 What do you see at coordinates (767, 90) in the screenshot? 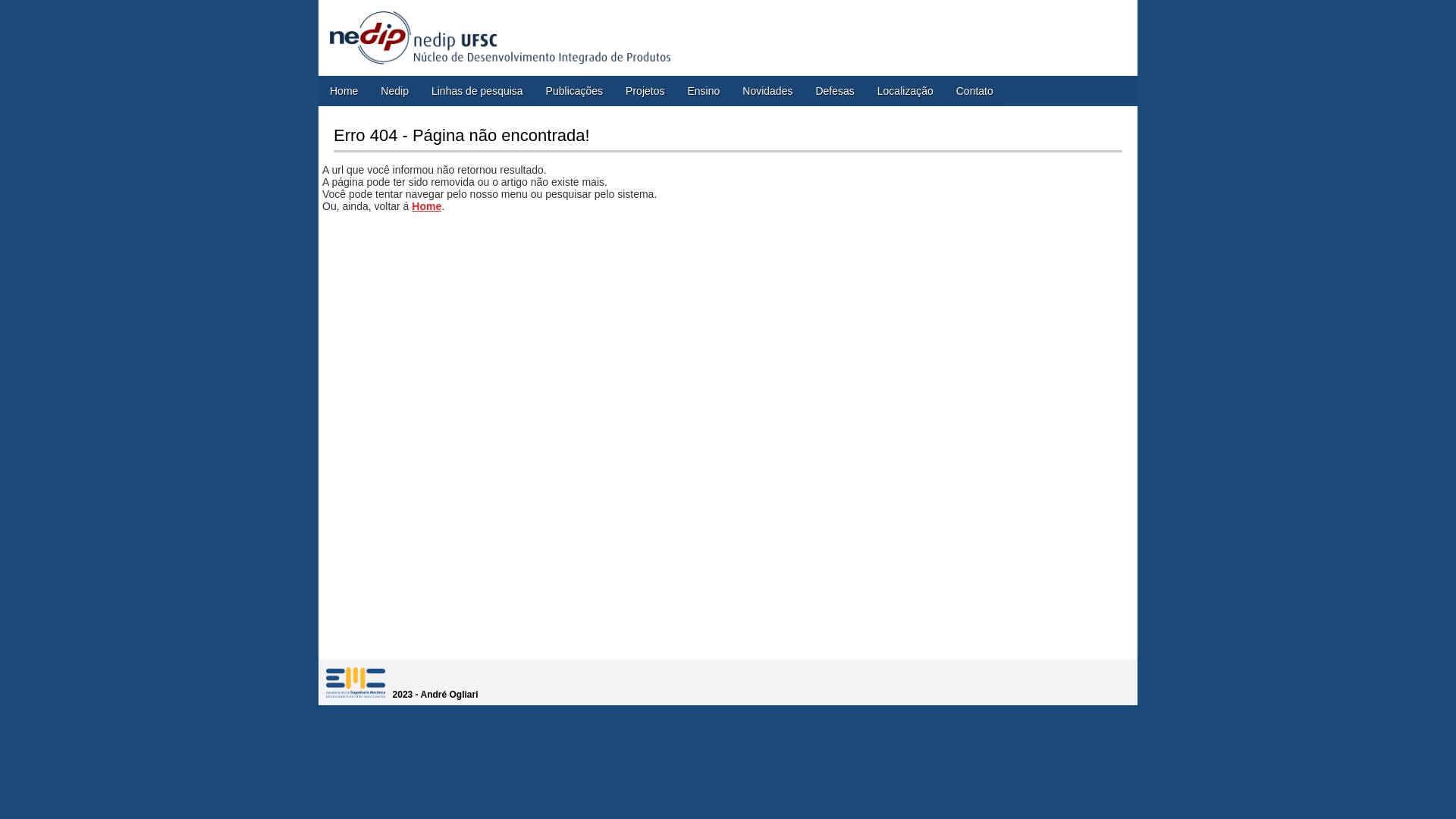
I see `'Novidades'` at bounding box center [767, 90].